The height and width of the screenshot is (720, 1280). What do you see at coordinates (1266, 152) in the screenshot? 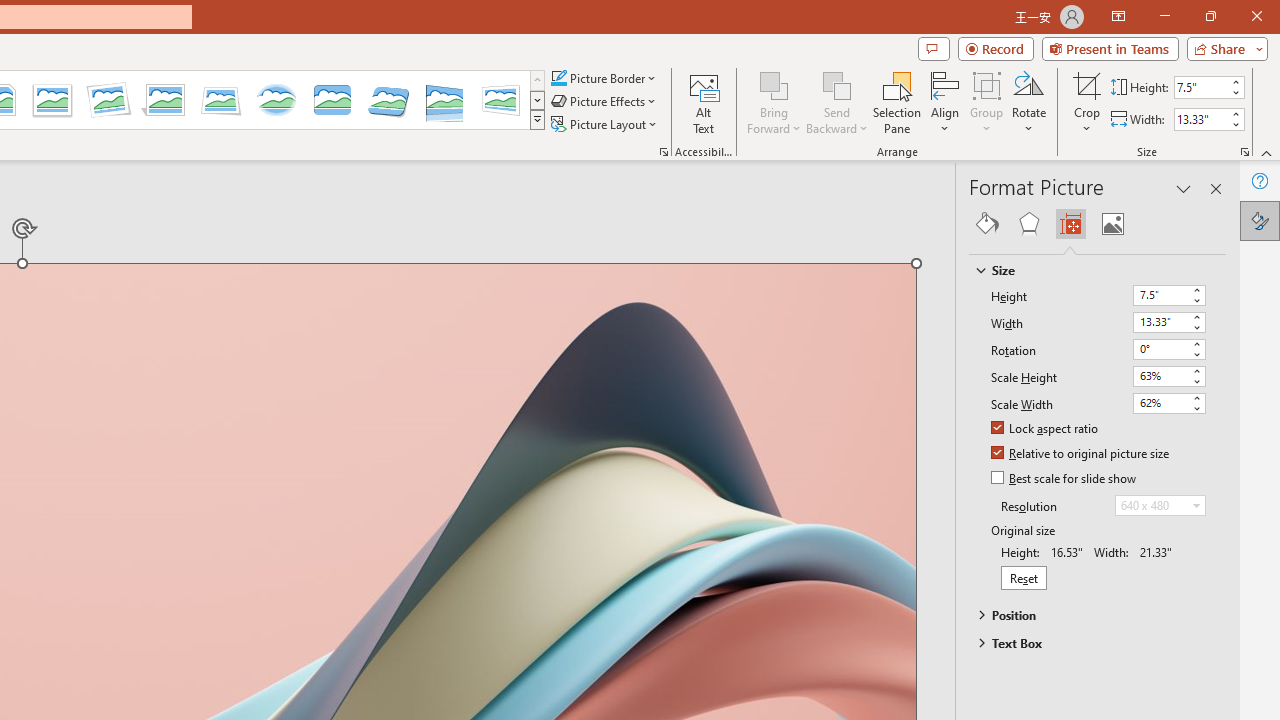
I see `'Collapse the Ribbon'` at bounding box center [1266, 152].